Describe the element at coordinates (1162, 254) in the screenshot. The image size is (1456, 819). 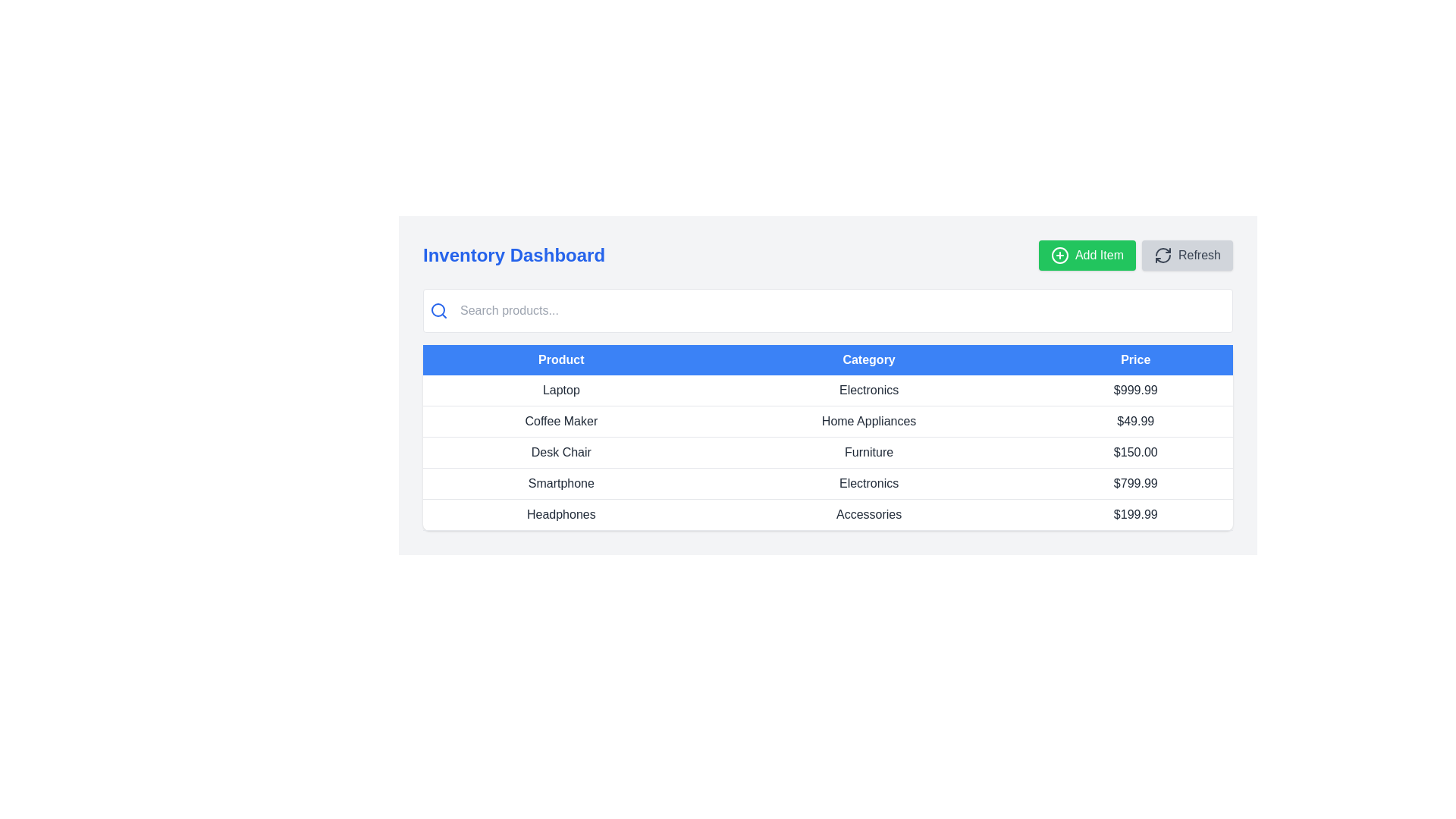
I see `the refresh icon located at the top-right corner of the interface, which is part of the 'Refresh' button and precedes the 'Refresh' text, to refresh the data or interface` at that location.